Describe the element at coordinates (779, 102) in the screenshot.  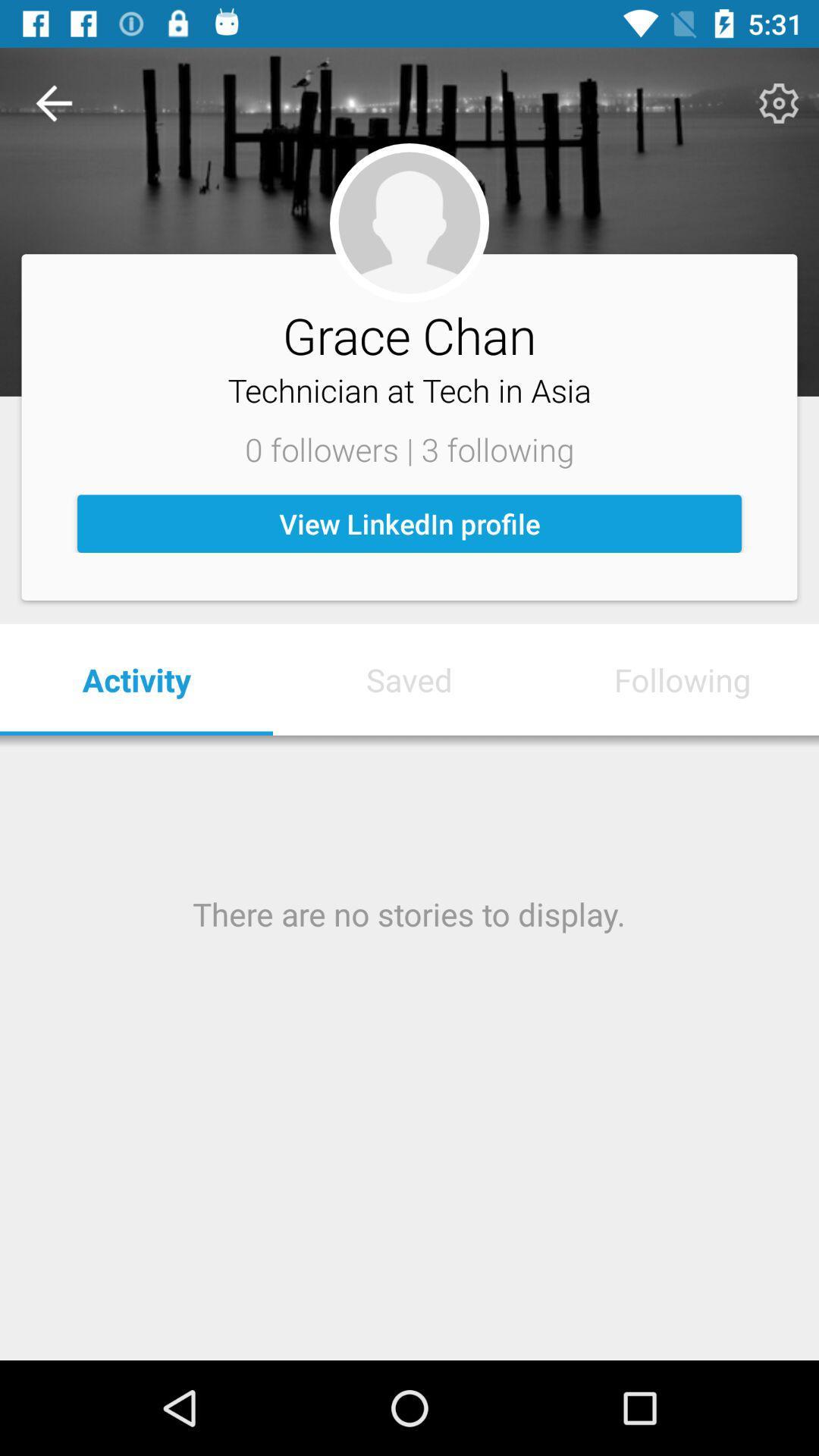
I see `the settings icon` at that location.